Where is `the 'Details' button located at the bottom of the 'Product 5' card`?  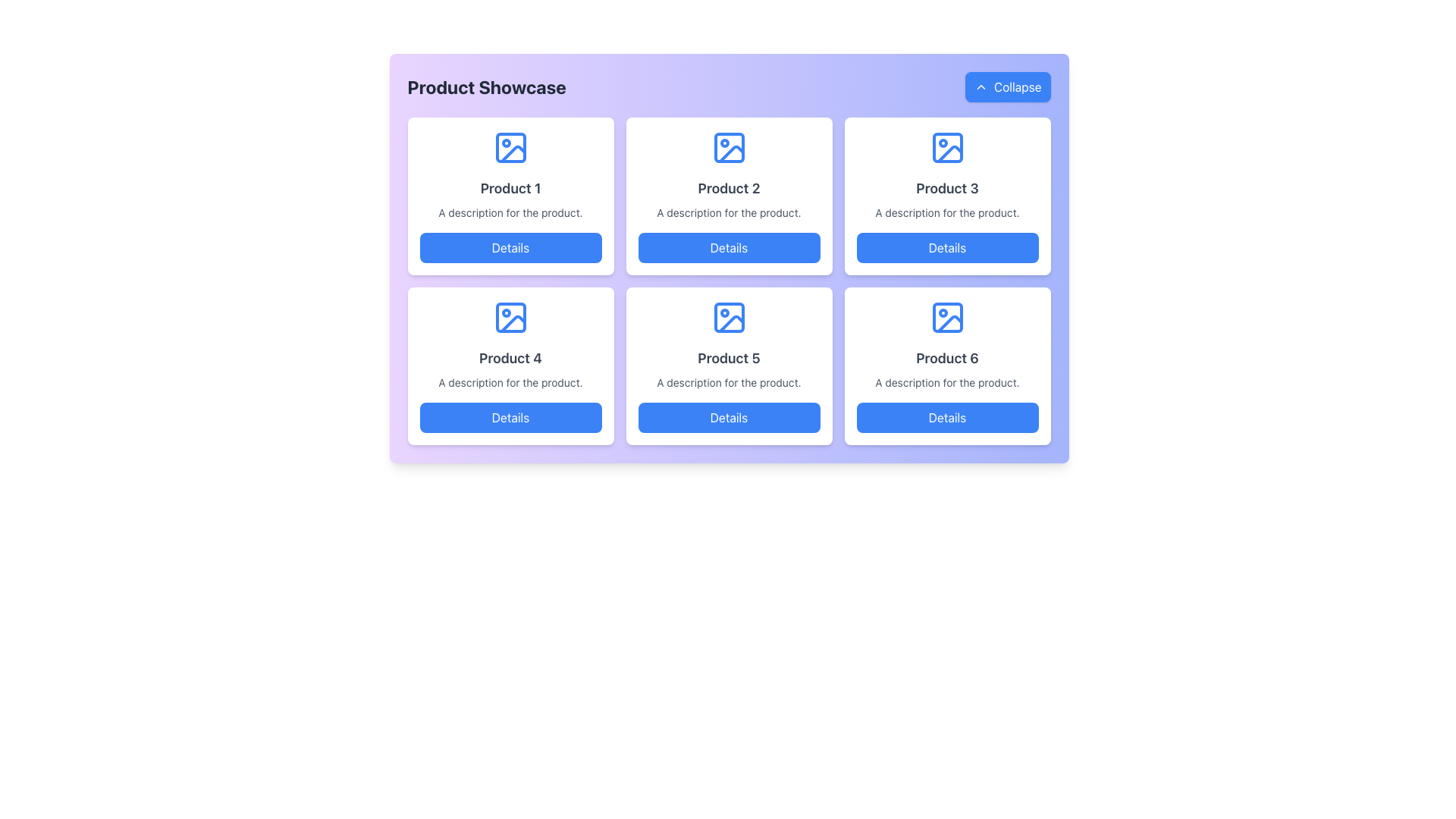
the 'Details' button located at the bottom of the 'Product 5' card is located at coordinates (729, 418).